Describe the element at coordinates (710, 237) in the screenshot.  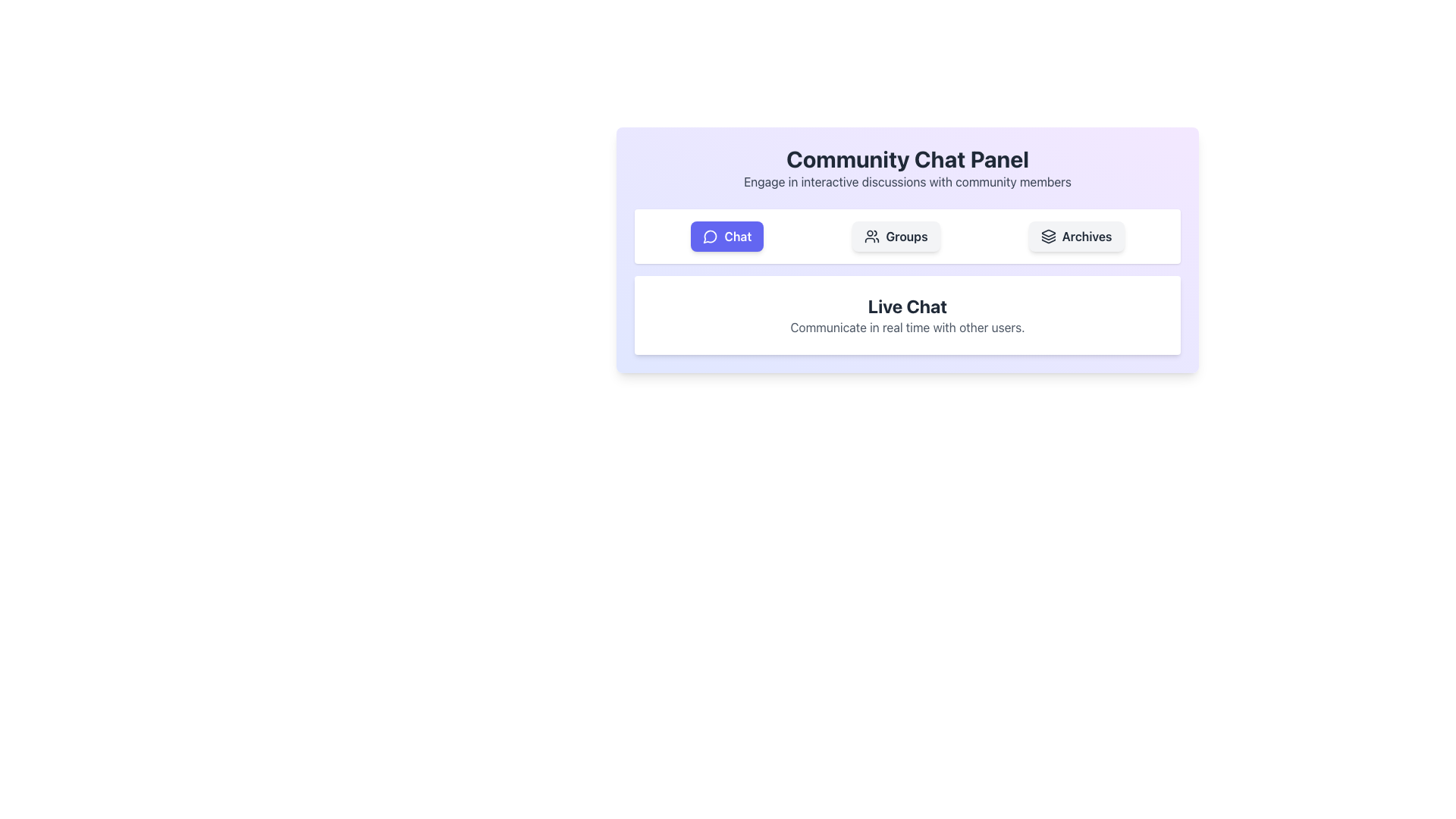
I see `the decorative 'Chat' icon located within the 'Chat' button, positioned to the left of the text` at that location.